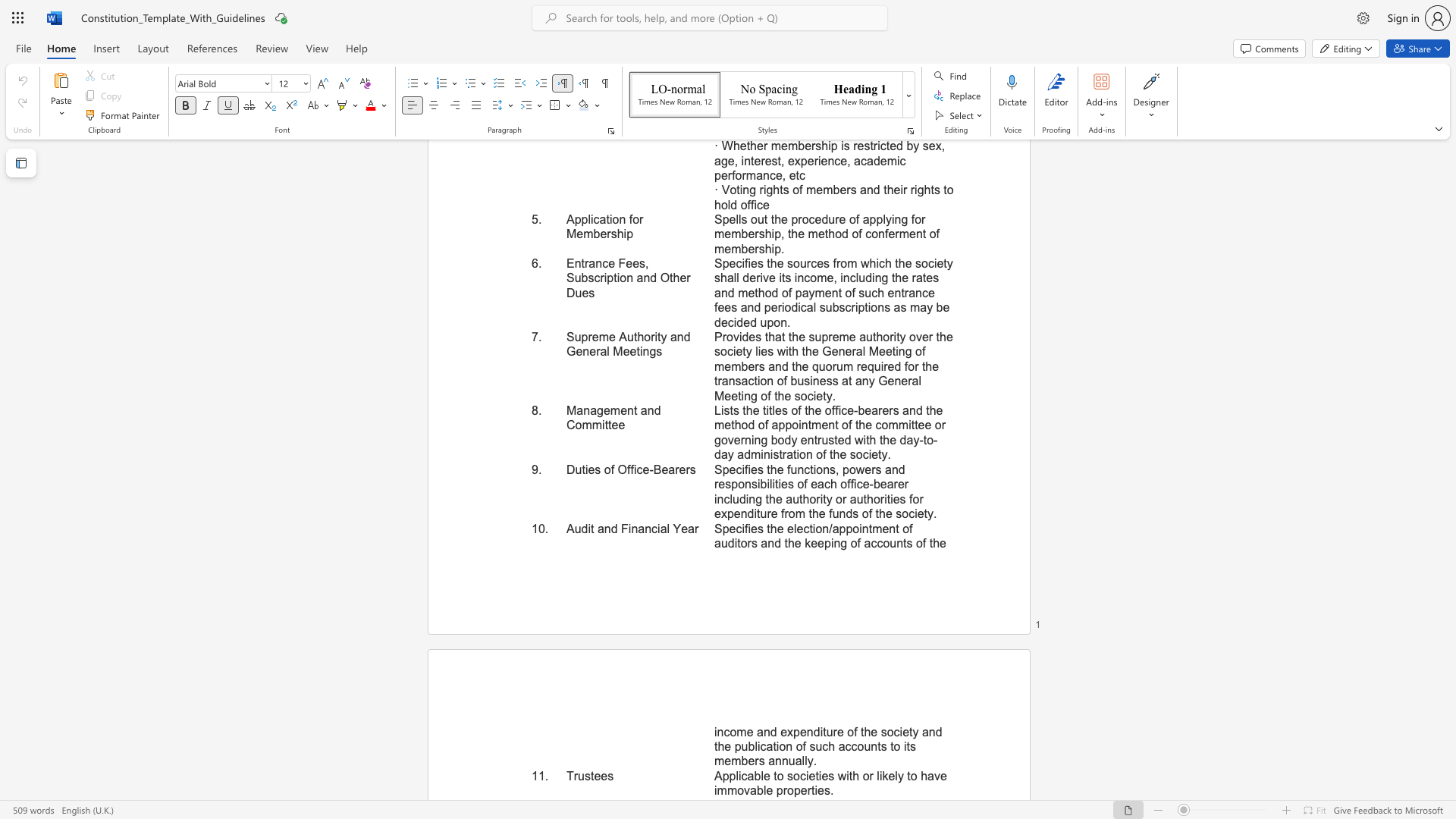 The width and height of the screenshot is (1456, 819). Describe the element at coordinates (734, 542) in the screenshot. I see `the subset text "itors and the keeping o" within the text "Specifies the election/appointment of auditors and the keeping of accounts of the"` at that location.